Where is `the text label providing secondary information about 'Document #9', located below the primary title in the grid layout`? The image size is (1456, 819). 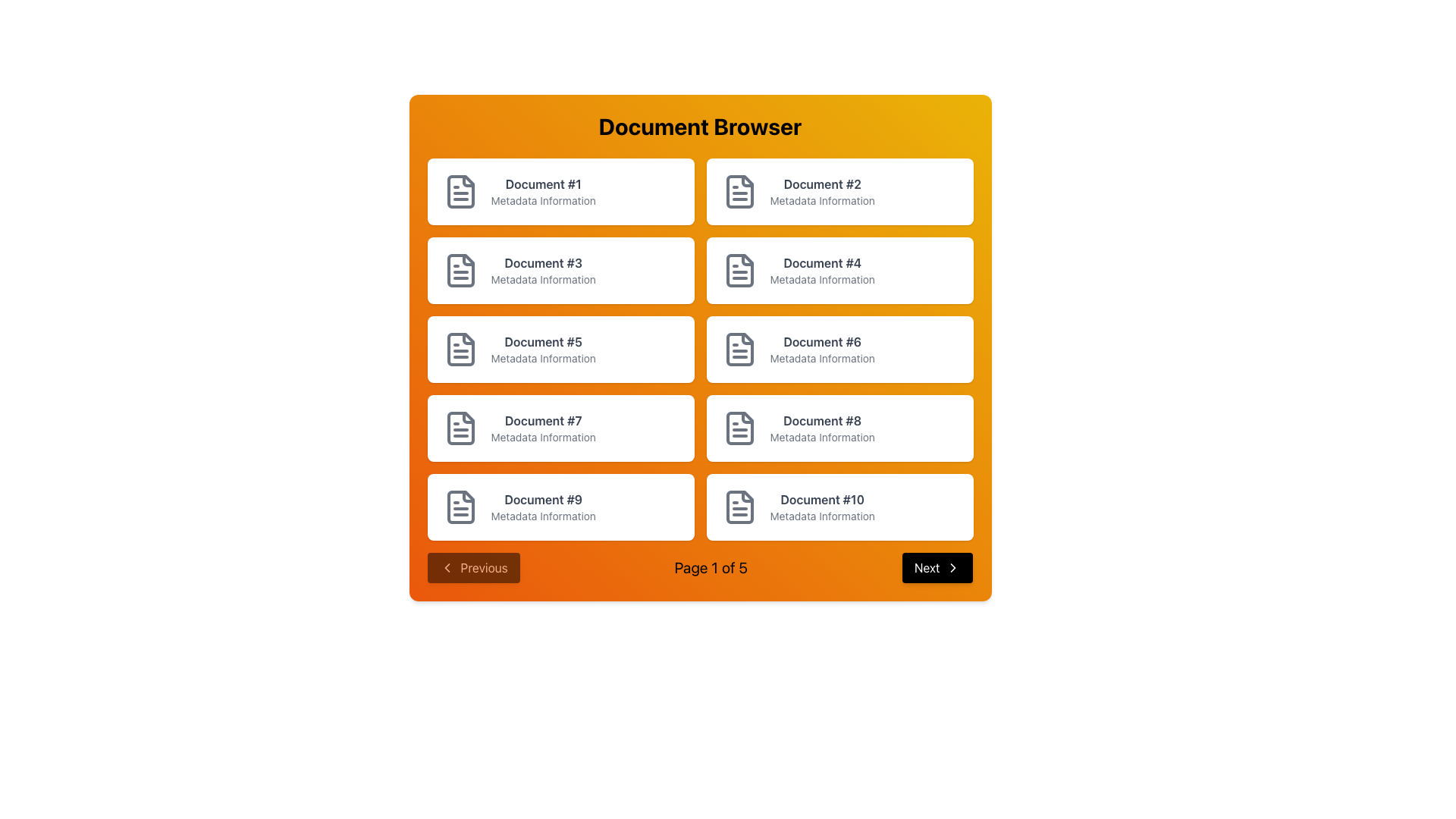
the text label providing secondary information about 'Document #9', located below the primary title in the grid layout is located at coordinates (543, 516).